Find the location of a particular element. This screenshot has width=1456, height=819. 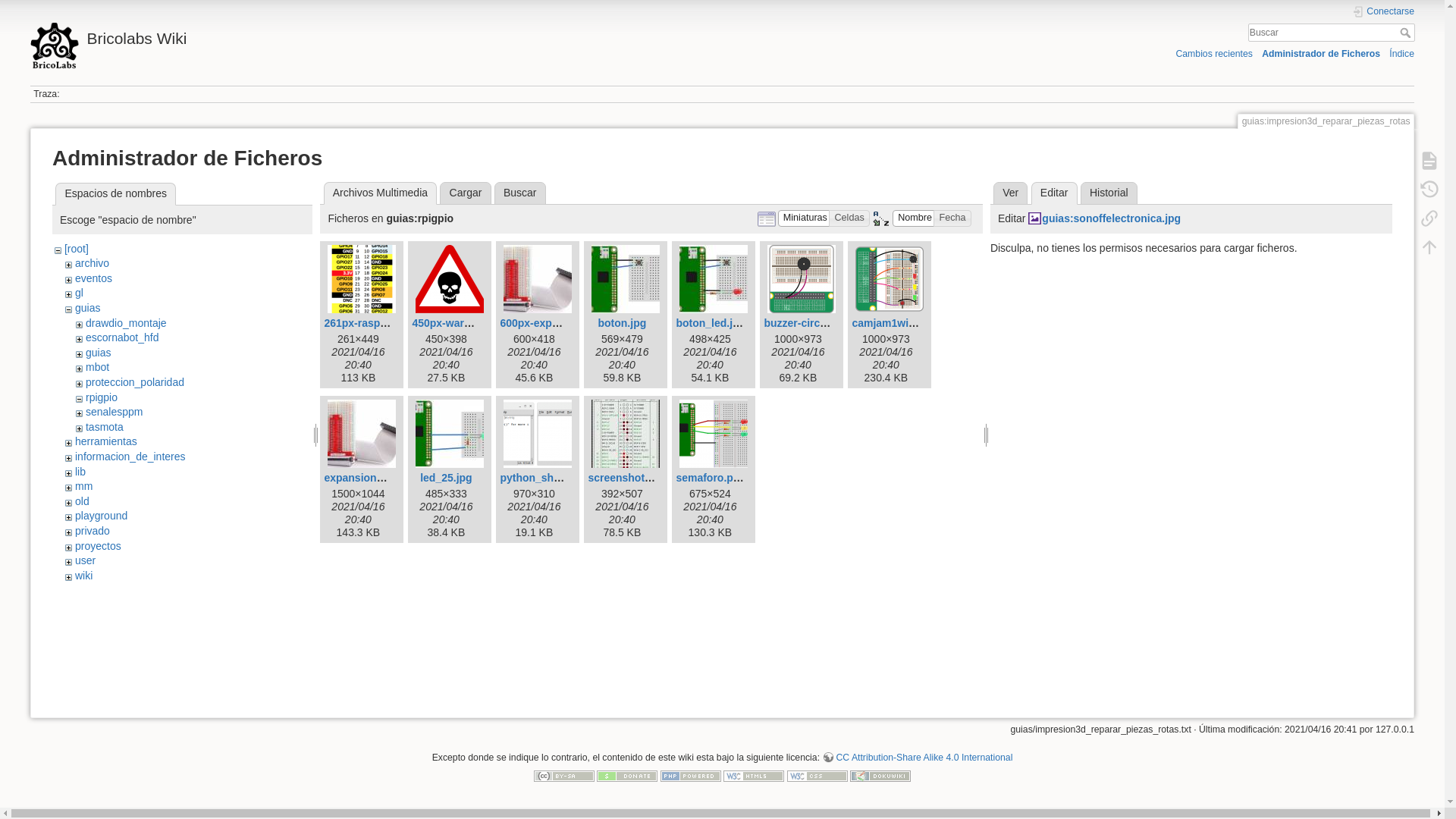

'escornabot_hfd' is located at coordinates (122, 336).